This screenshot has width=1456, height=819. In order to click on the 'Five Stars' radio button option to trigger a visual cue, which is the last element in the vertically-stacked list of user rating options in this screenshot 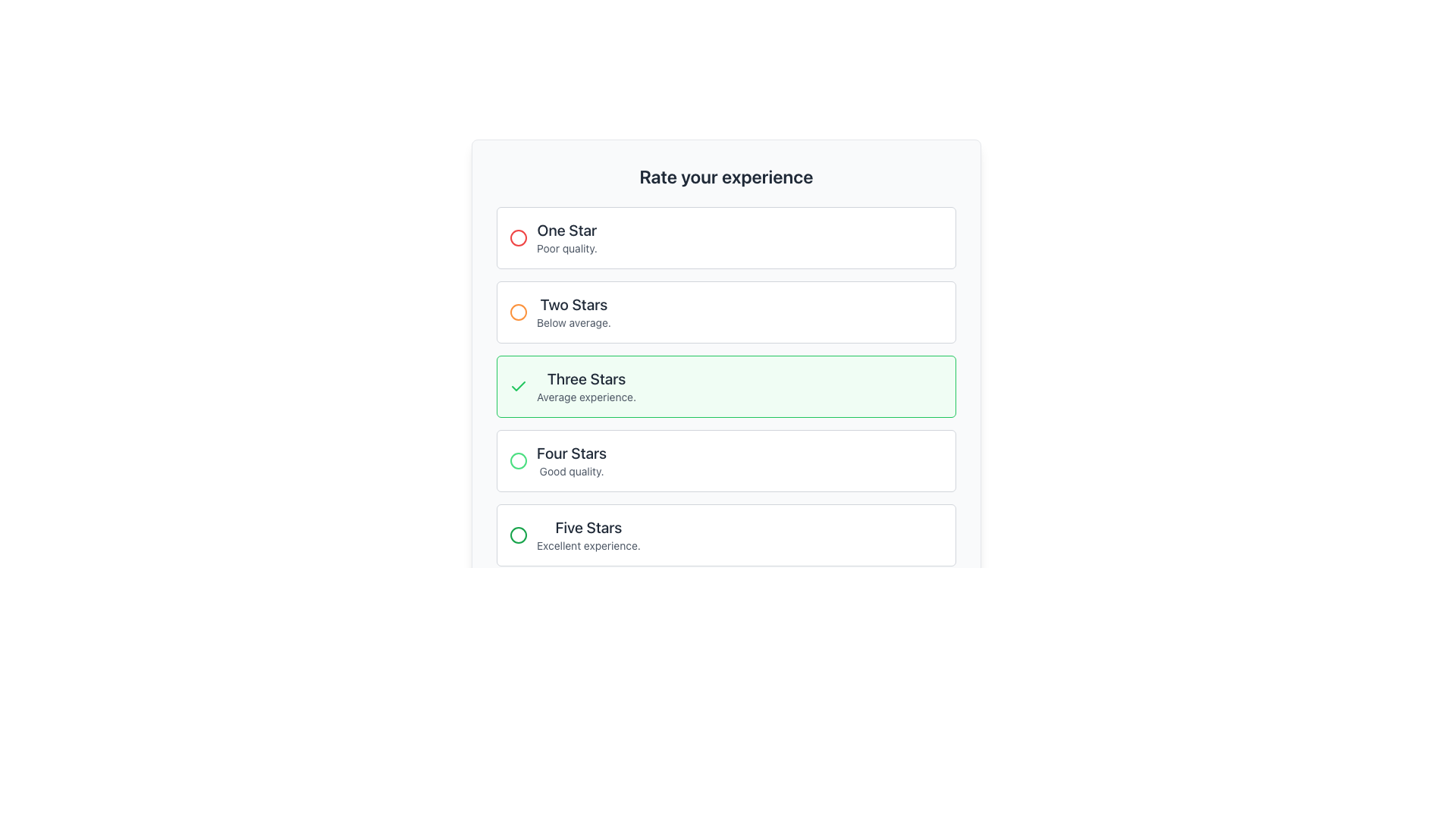, I will do `click(726, 534)`.